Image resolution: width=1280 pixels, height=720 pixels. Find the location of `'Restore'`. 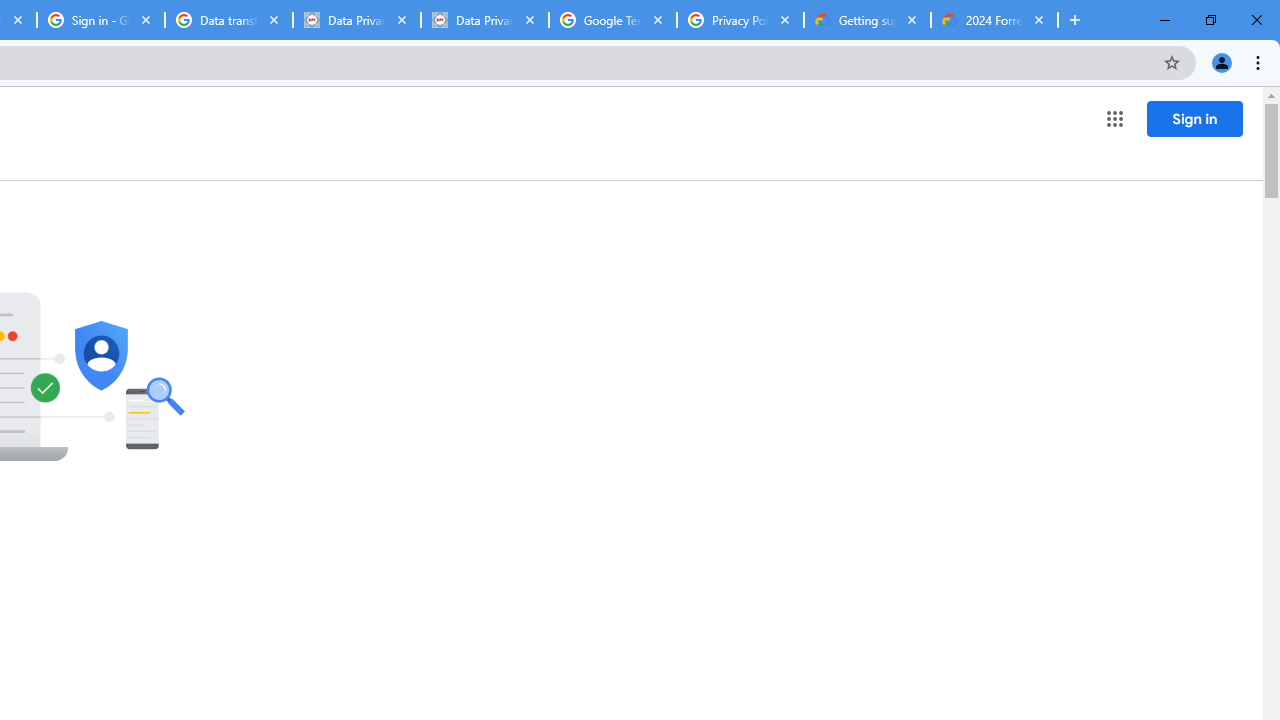

'Restore' is located at coordinates (1209, 20).